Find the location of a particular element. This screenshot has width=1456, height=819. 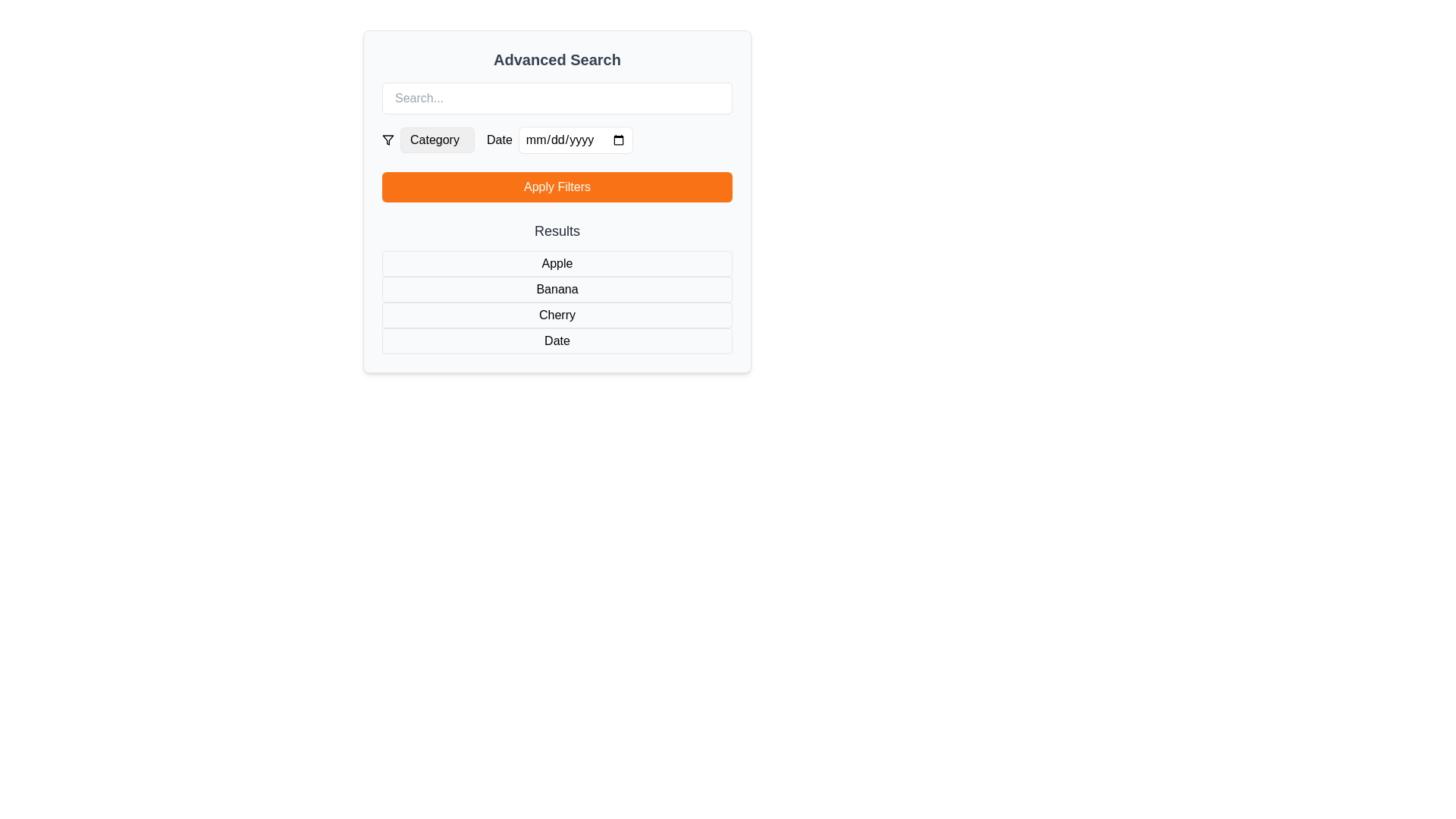

the header Text Label indicating the advanced search feature, which is the first element in a bordered, rounded, and shadowed box above the search input field is located at coordinates (556, 58).